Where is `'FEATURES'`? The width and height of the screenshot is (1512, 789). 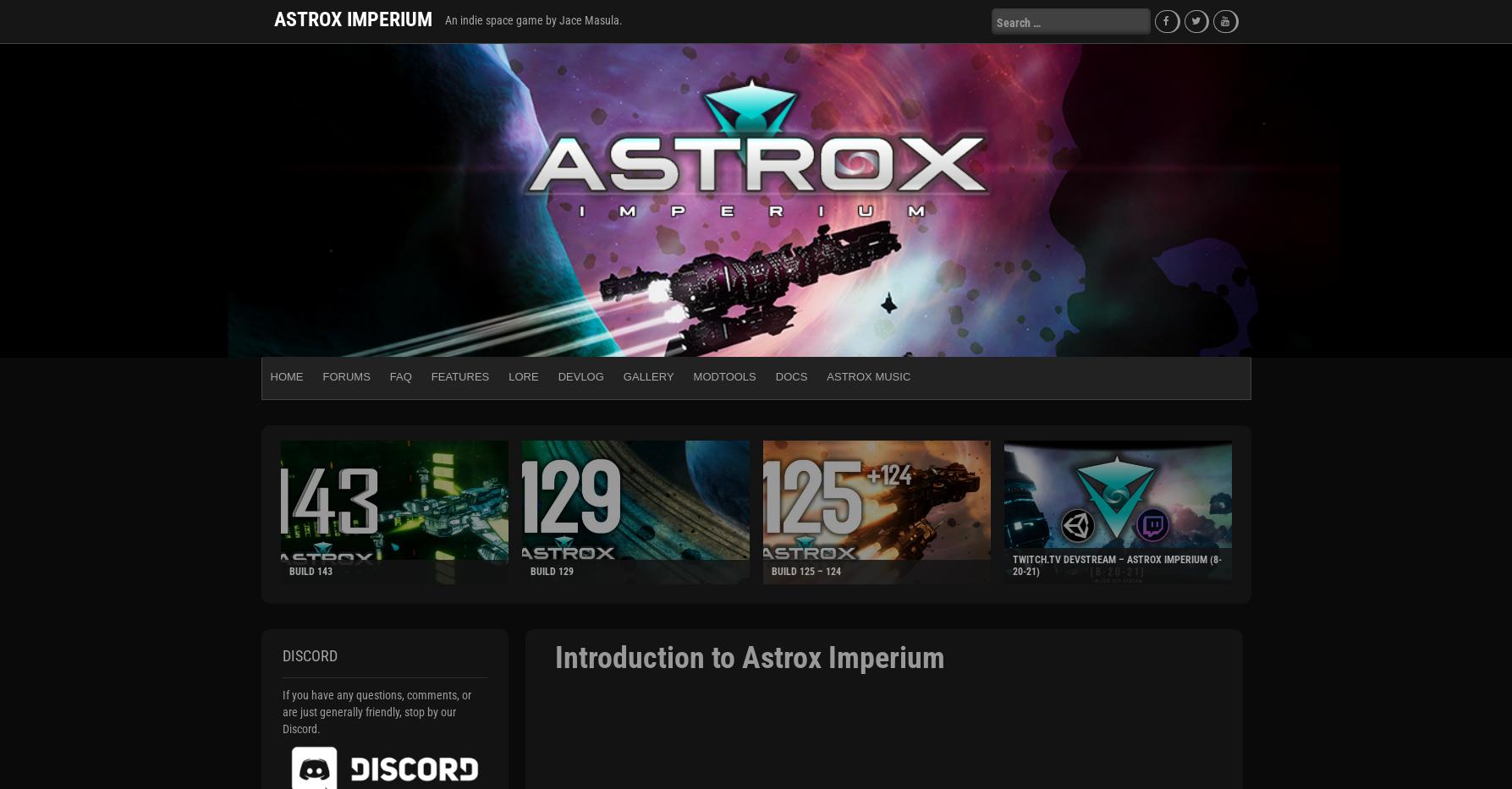 'FEATURES' is located at coordinates (459, 375).